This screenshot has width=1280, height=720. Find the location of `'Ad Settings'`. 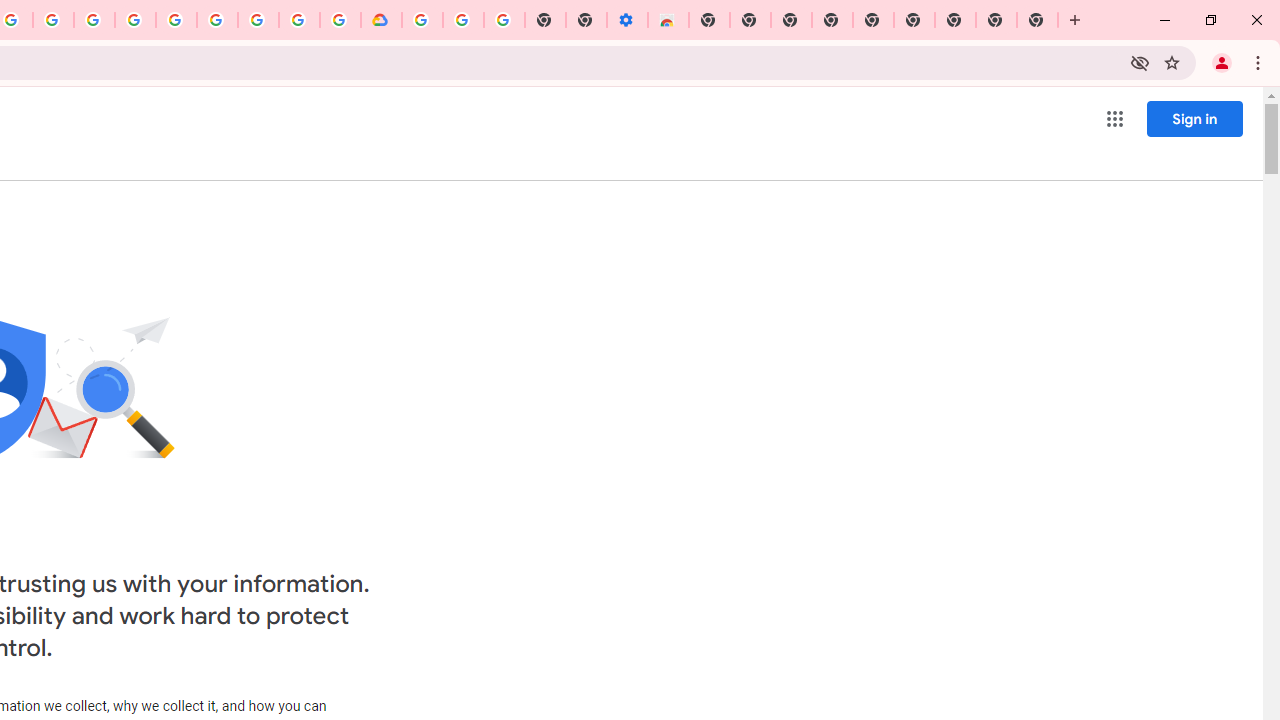

'Ad Settings' is located at coordinates (134, 20).